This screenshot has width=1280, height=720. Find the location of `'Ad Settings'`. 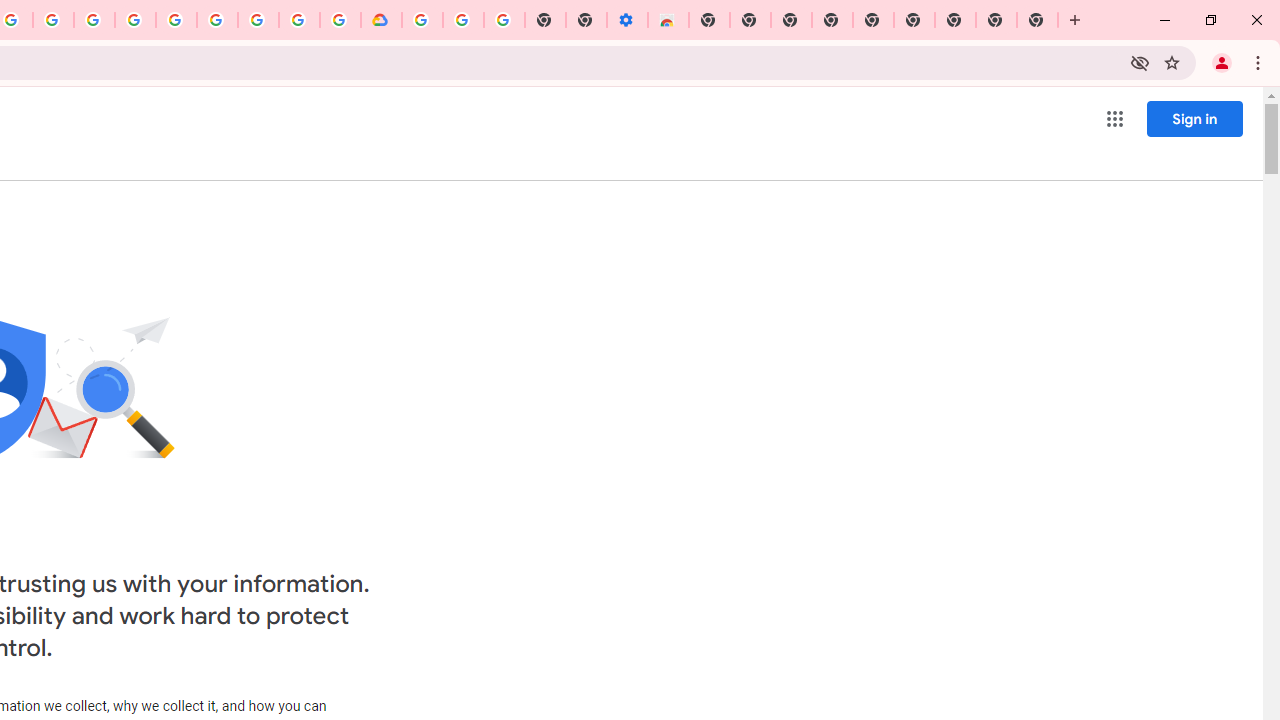

'Ad Settings' is located at coordinates (134, 20).